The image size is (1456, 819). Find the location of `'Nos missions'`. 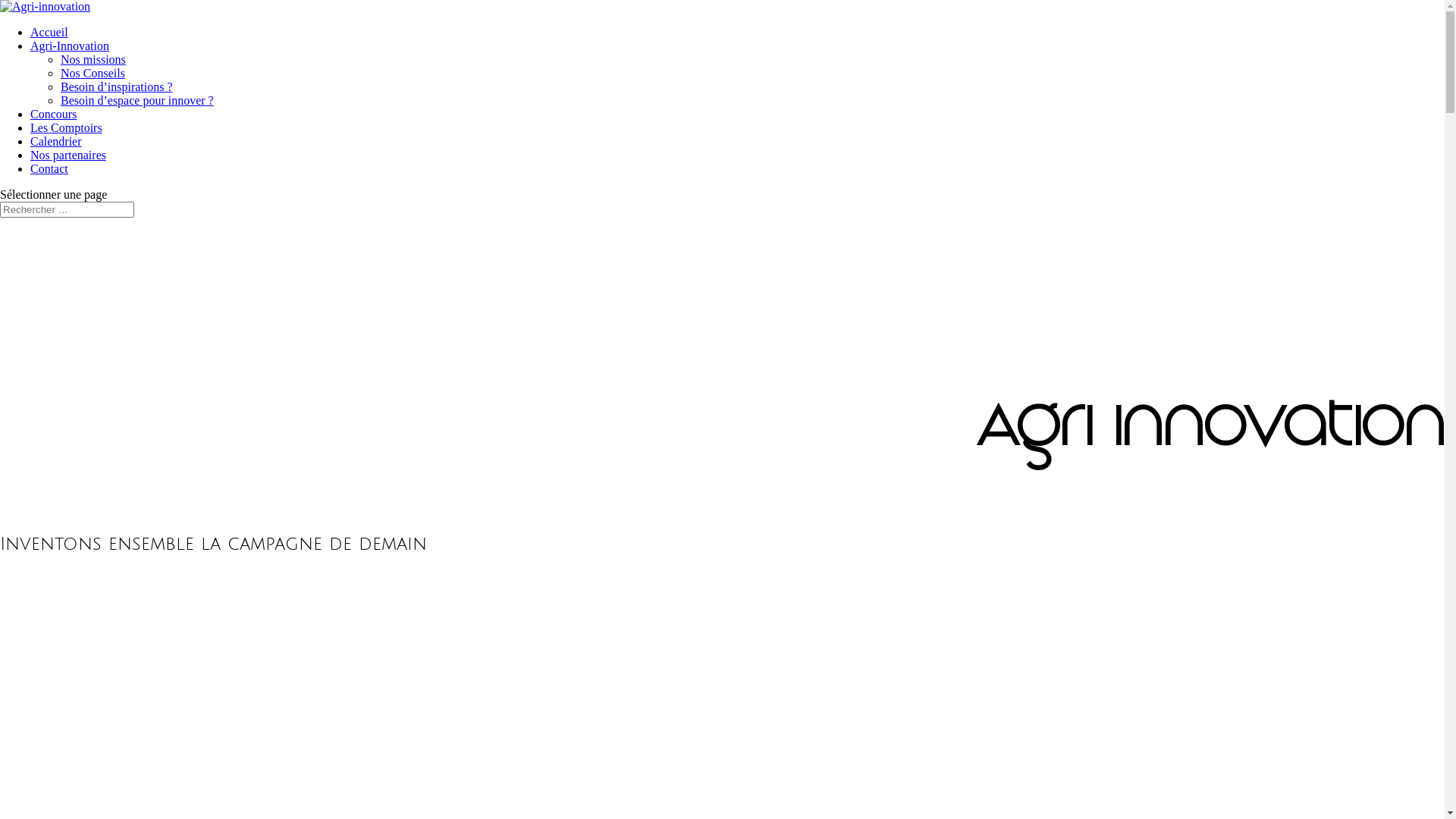

'Nos missions' is located at coordinates (61, 58).